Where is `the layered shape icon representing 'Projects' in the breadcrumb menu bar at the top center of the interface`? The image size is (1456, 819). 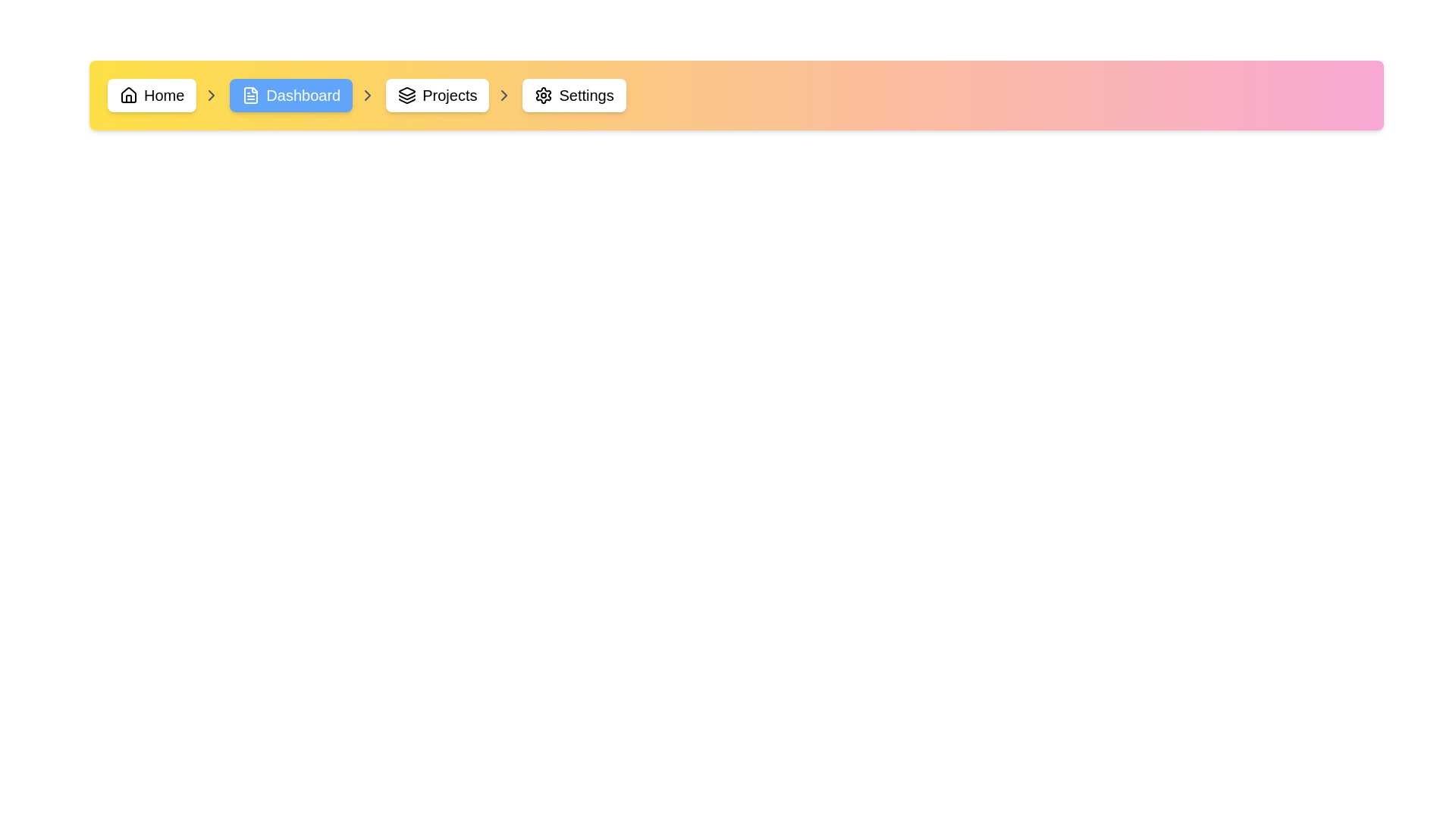
the layered shape icon representing 'Projects' in the breadcrumb menu bar at the top center of the interface is located at coordinates (407, 91).